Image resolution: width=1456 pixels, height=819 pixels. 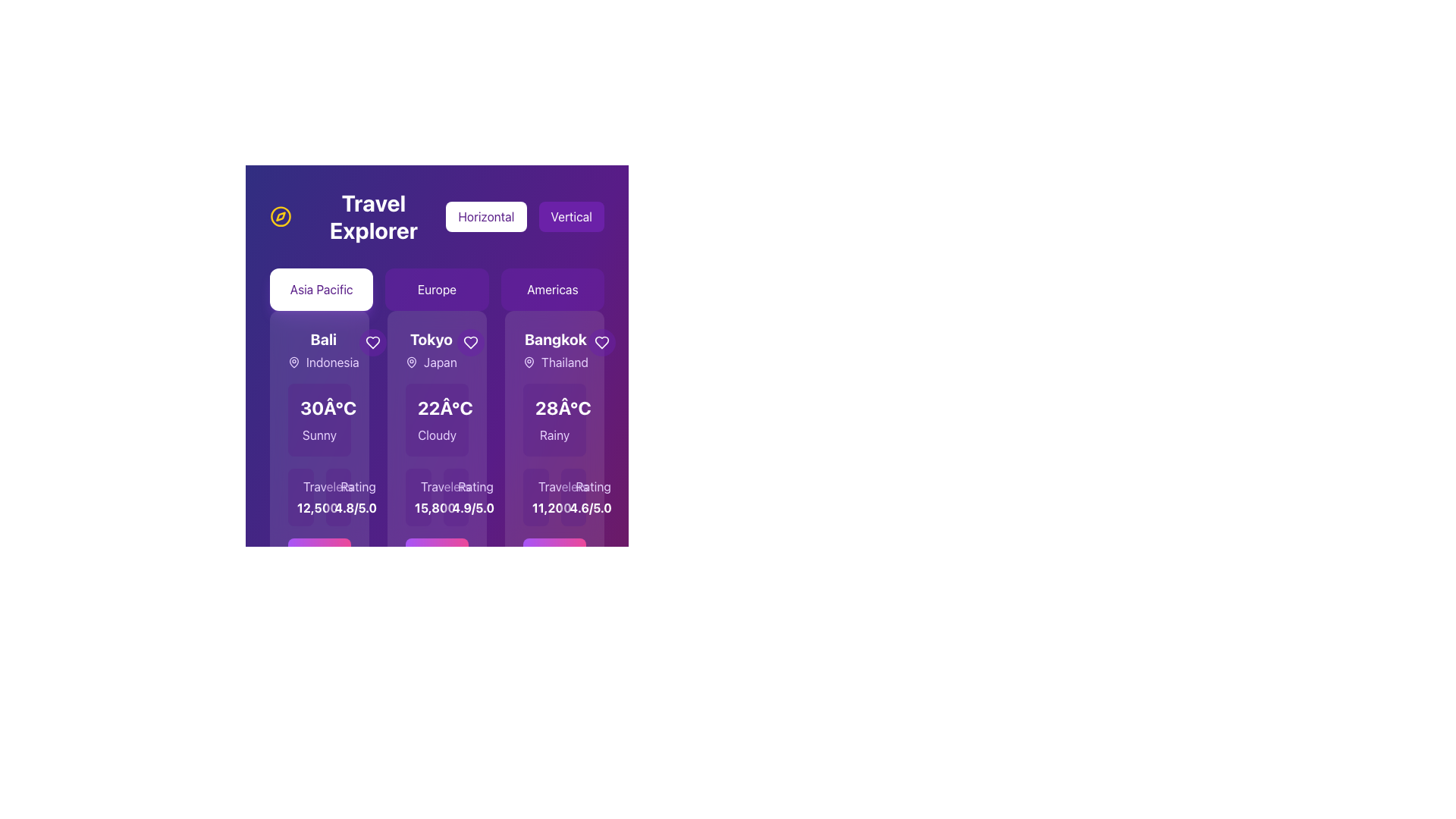 I want to click on the 'Asia Pacific' button, which is a rectangular component with rounded corners and purple text, so click(x=321, y=289).